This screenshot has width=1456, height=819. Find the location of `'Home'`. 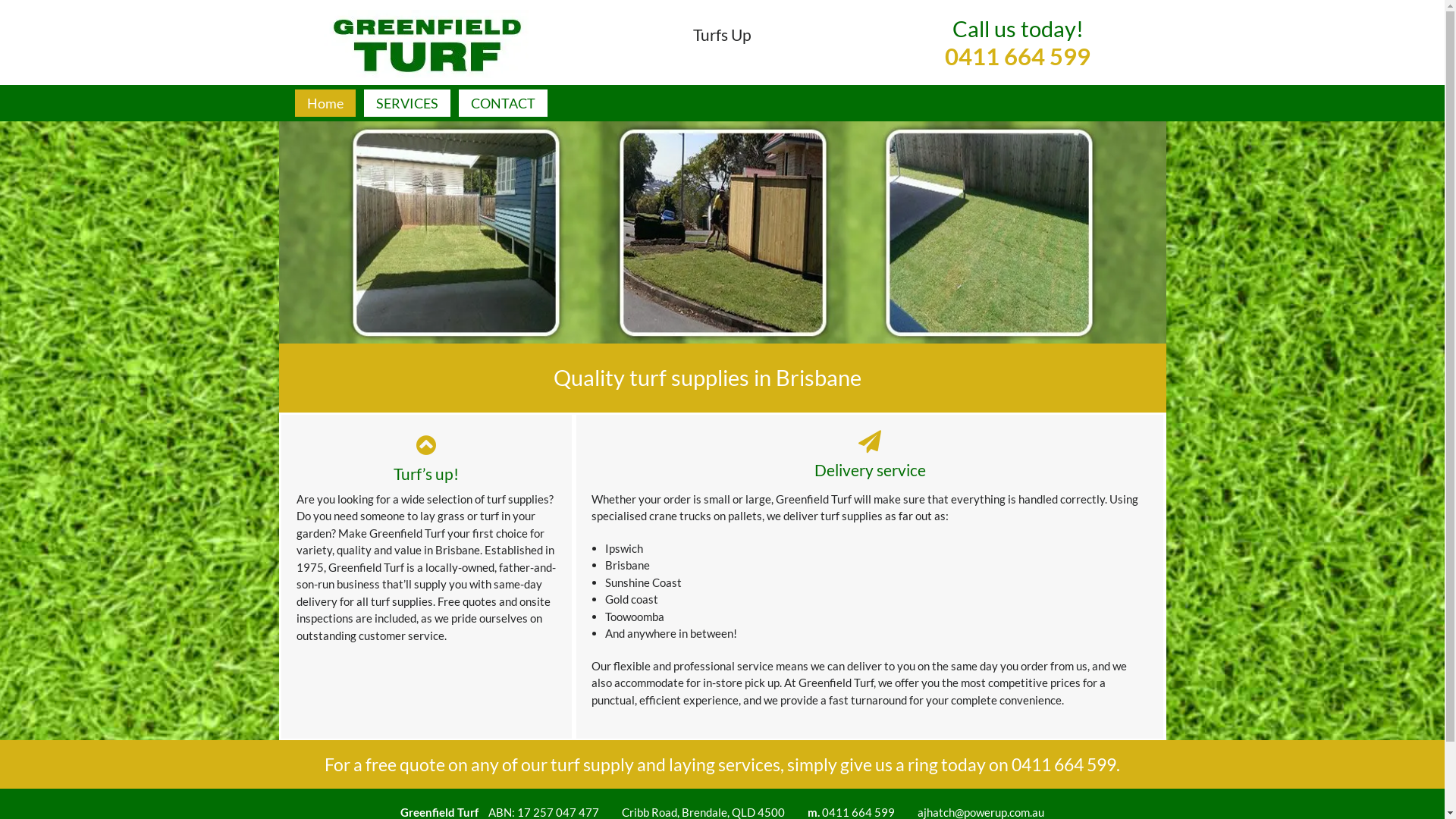

'Home' is located at coordinates (323, 102).